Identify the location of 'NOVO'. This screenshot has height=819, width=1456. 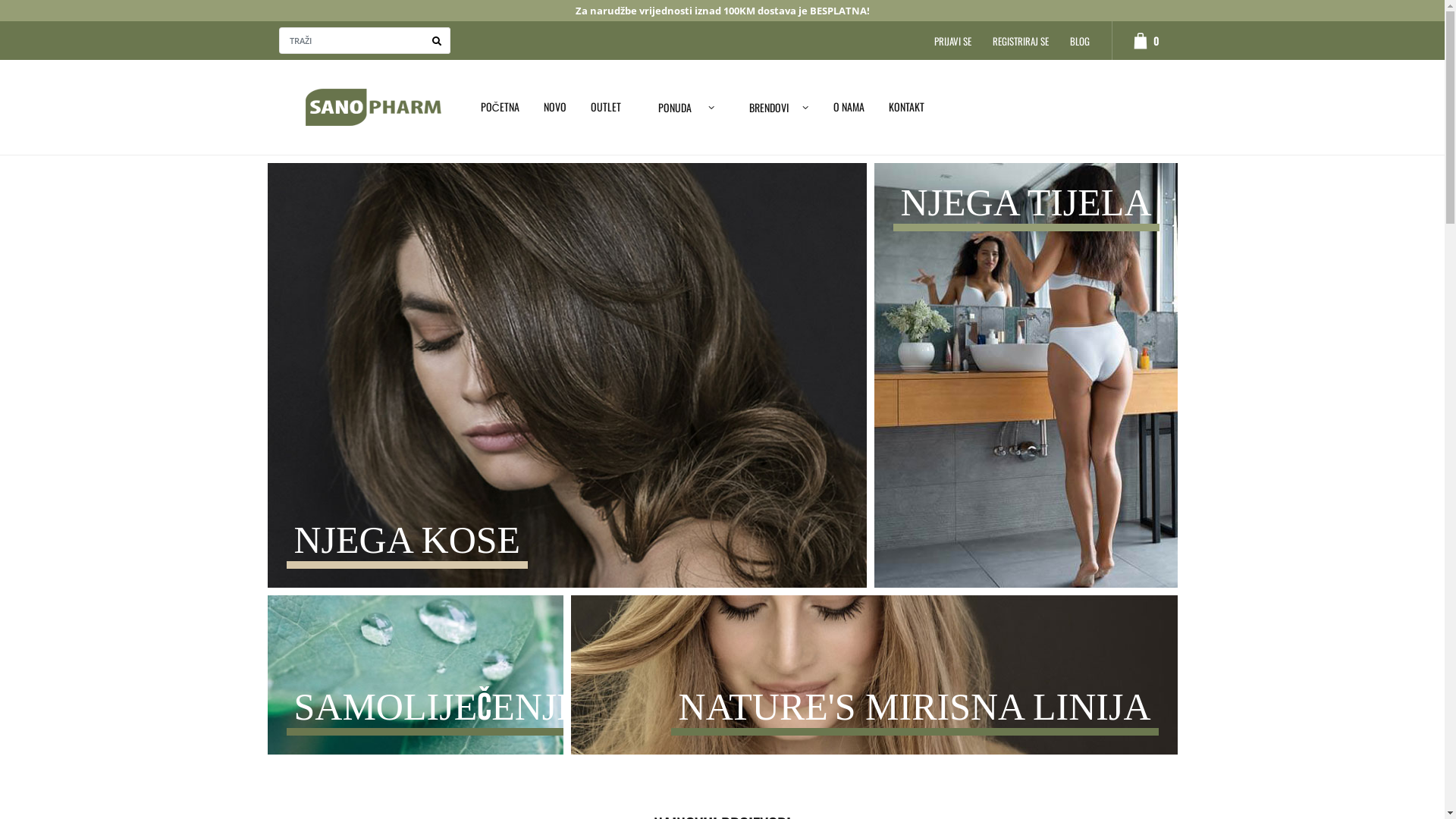
(554, 105).